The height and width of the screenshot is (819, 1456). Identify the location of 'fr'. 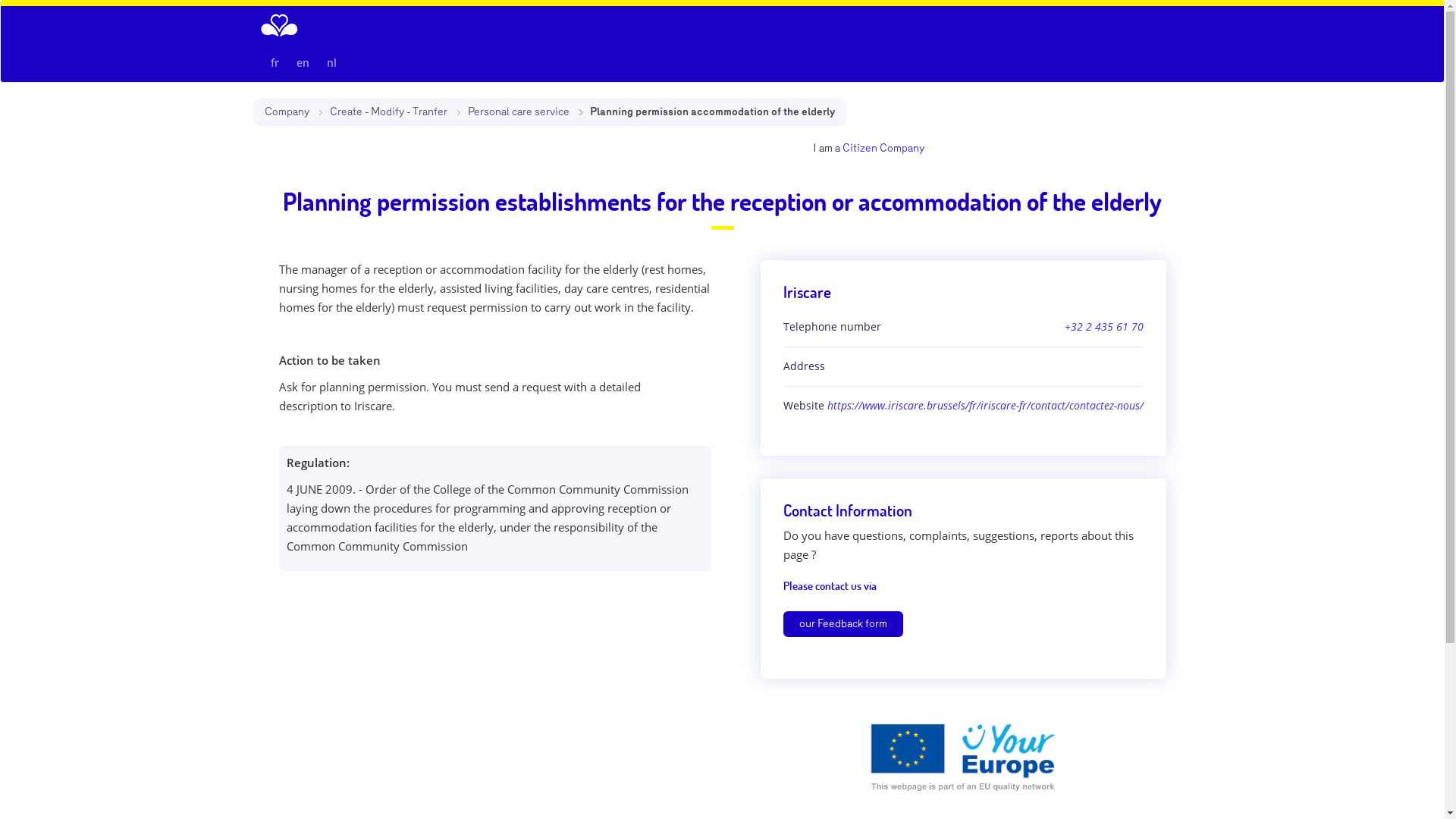
(262, 61).